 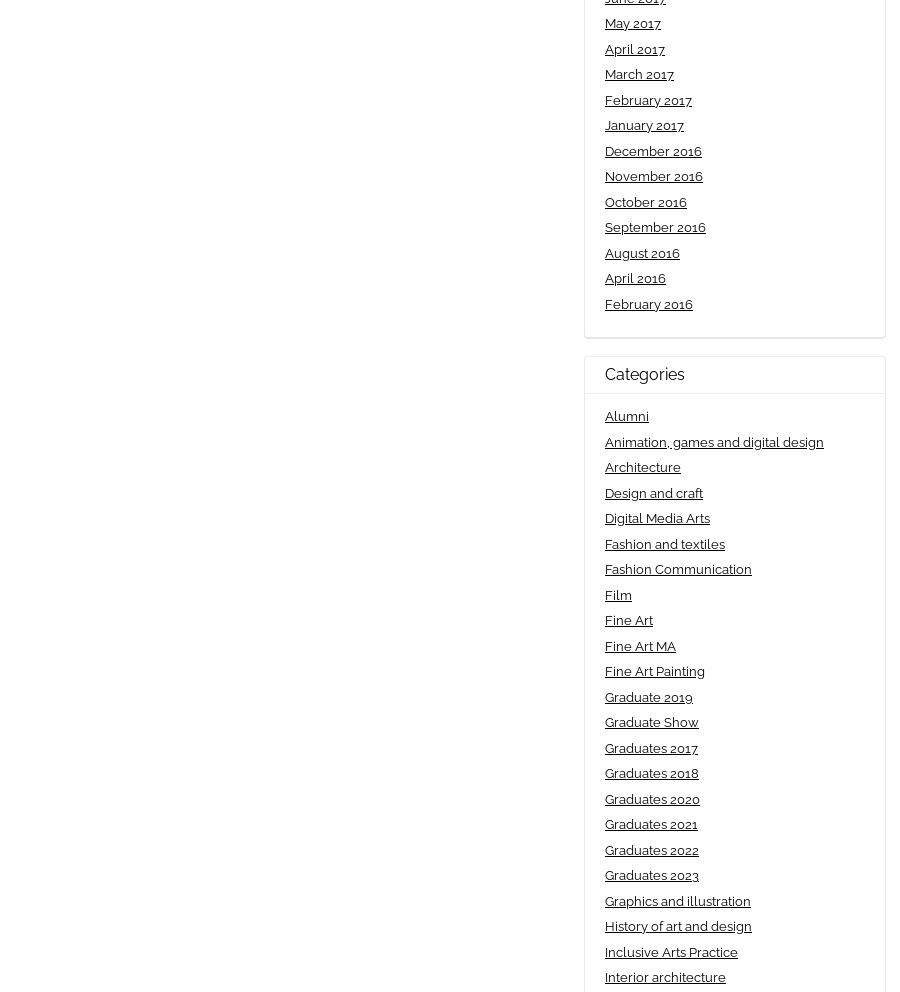 What do you see at coordinates (652, 798) in the screenshot?
I see `'Graduates 2020'` at bounding box center [652, 798].